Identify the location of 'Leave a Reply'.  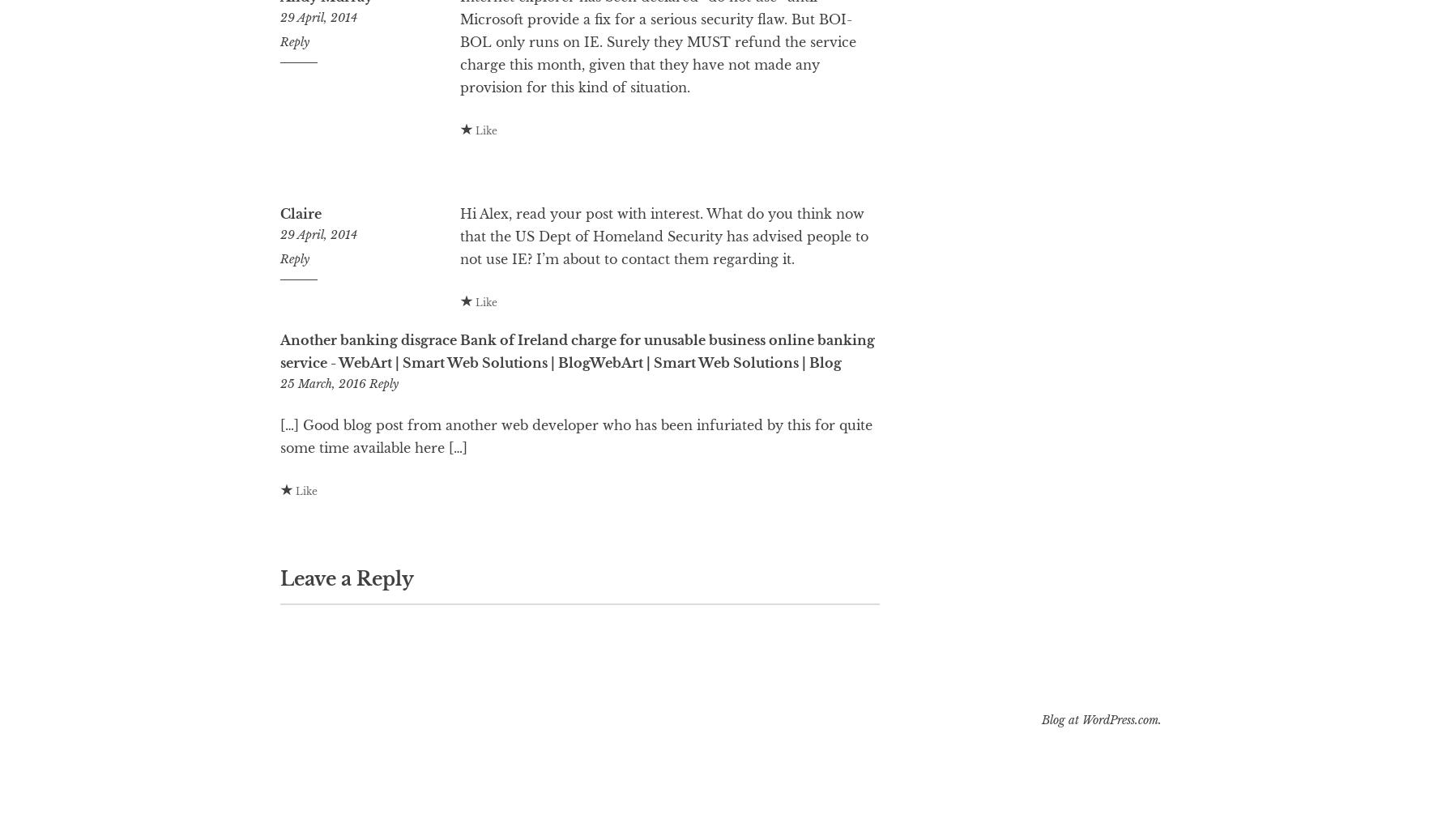
(346, 643).